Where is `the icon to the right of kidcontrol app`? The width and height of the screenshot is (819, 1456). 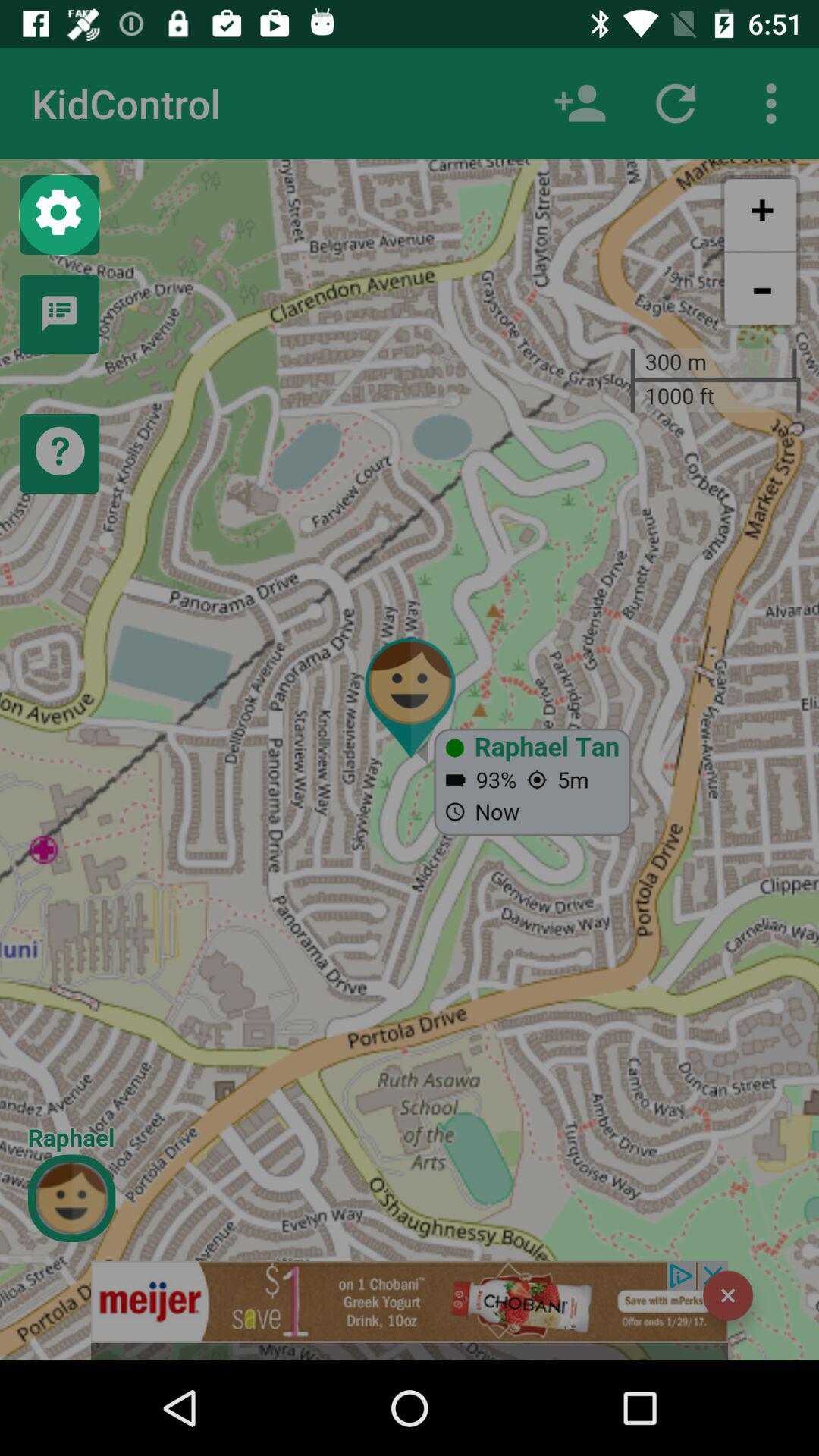
the icon to the right of kidcontrol app is located at coordinates (579, 102).